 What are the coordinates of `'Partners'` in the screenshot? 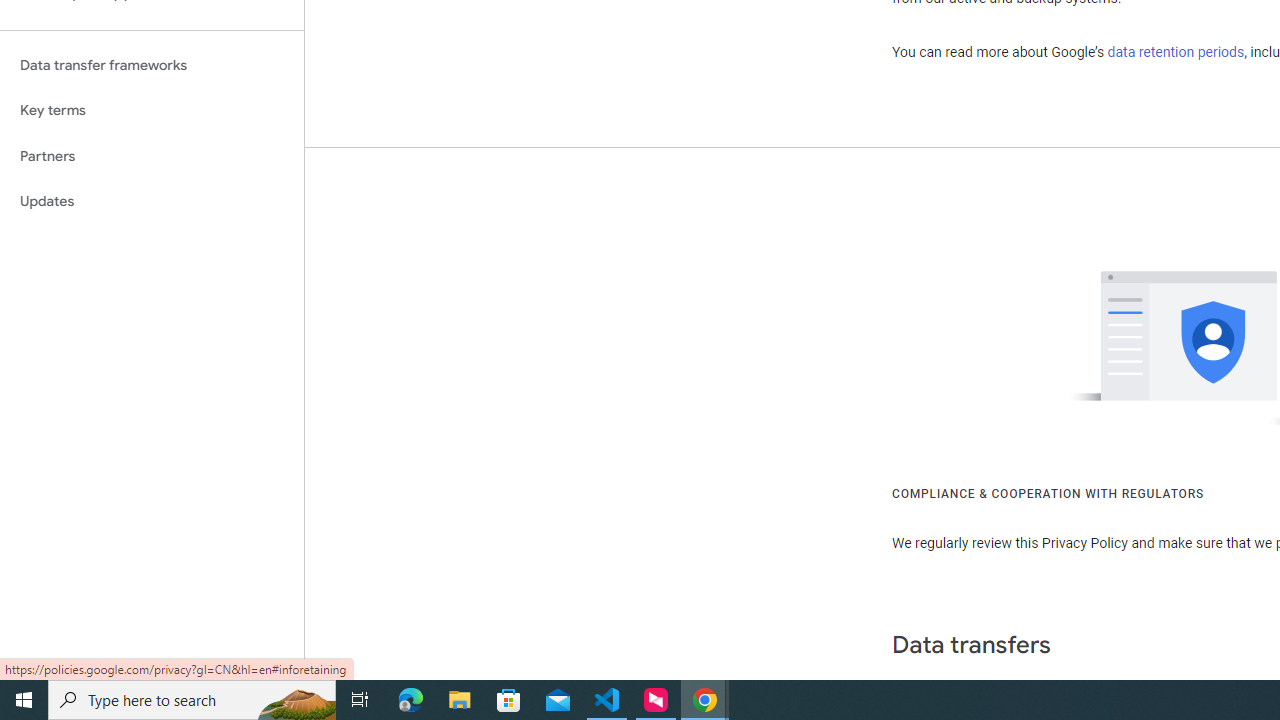 It's located at (151, 155).